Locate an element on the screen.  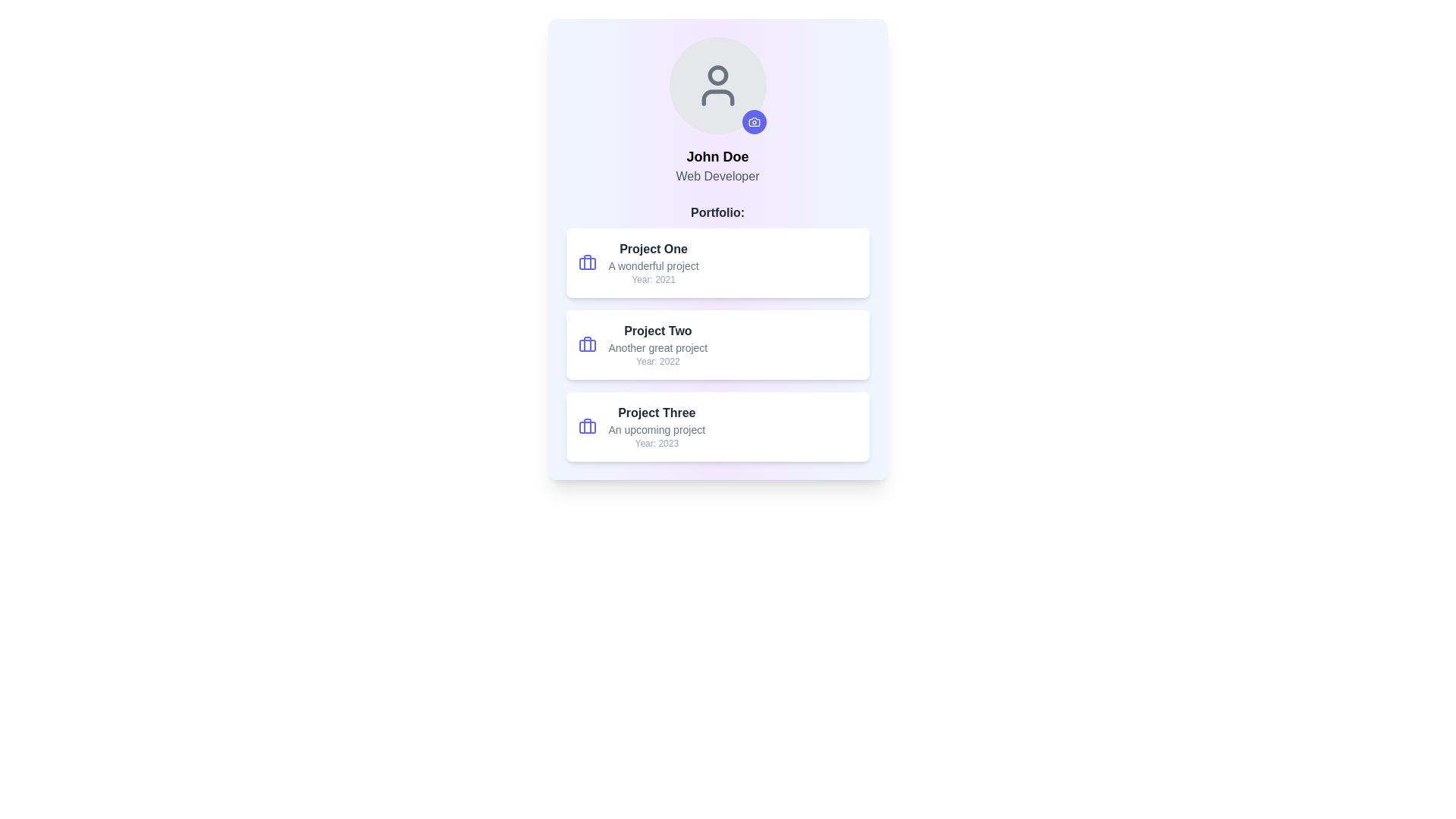
the Text content block displaying the project heading, description, and year in the third card of the vertically-aligned portfolio project list is located at coordinates (657, 427).